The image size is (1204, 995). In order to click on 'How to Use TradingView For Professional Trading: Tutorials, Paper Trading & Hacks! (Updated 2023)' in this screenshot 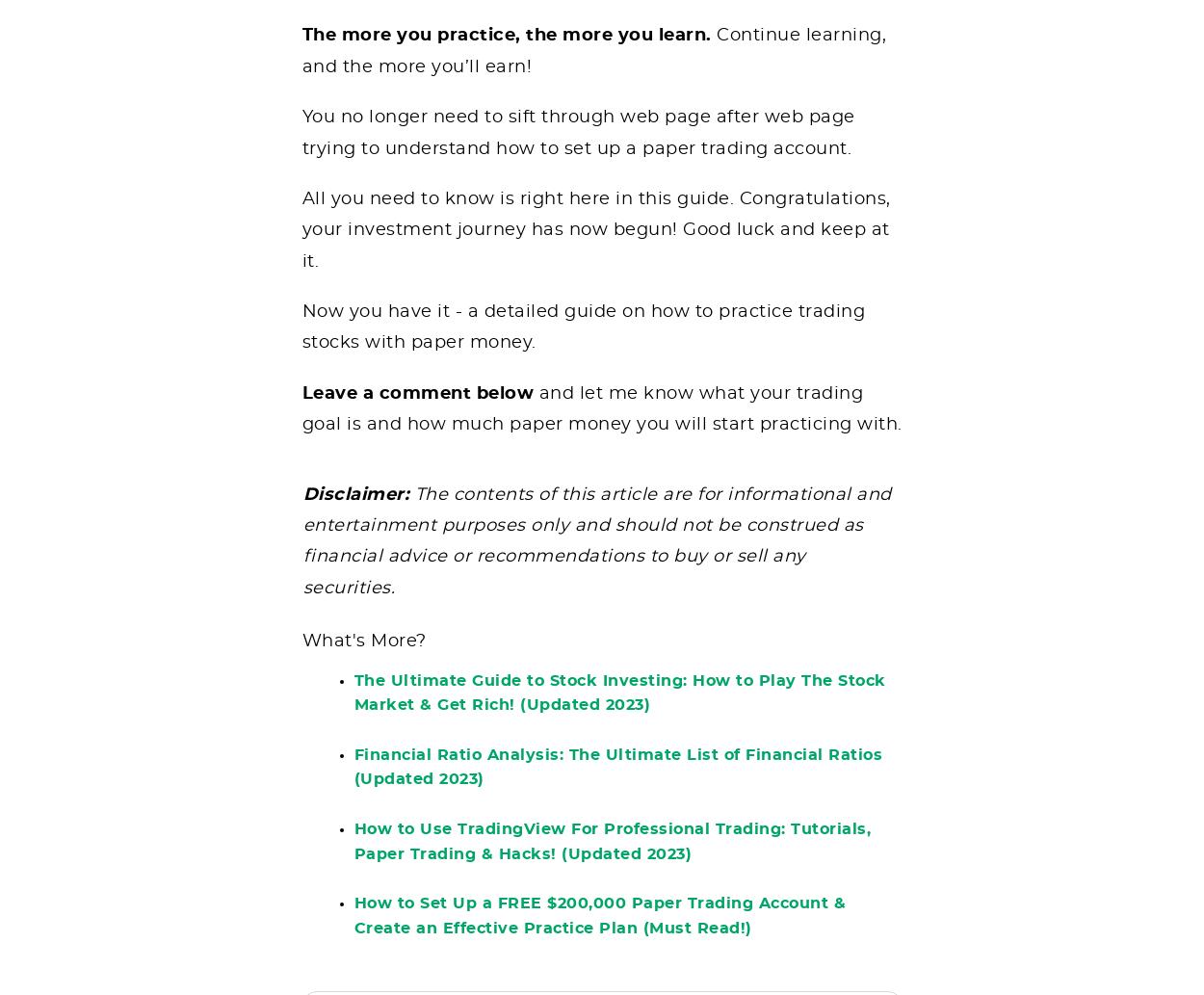, I will do `click(612, 854)`.